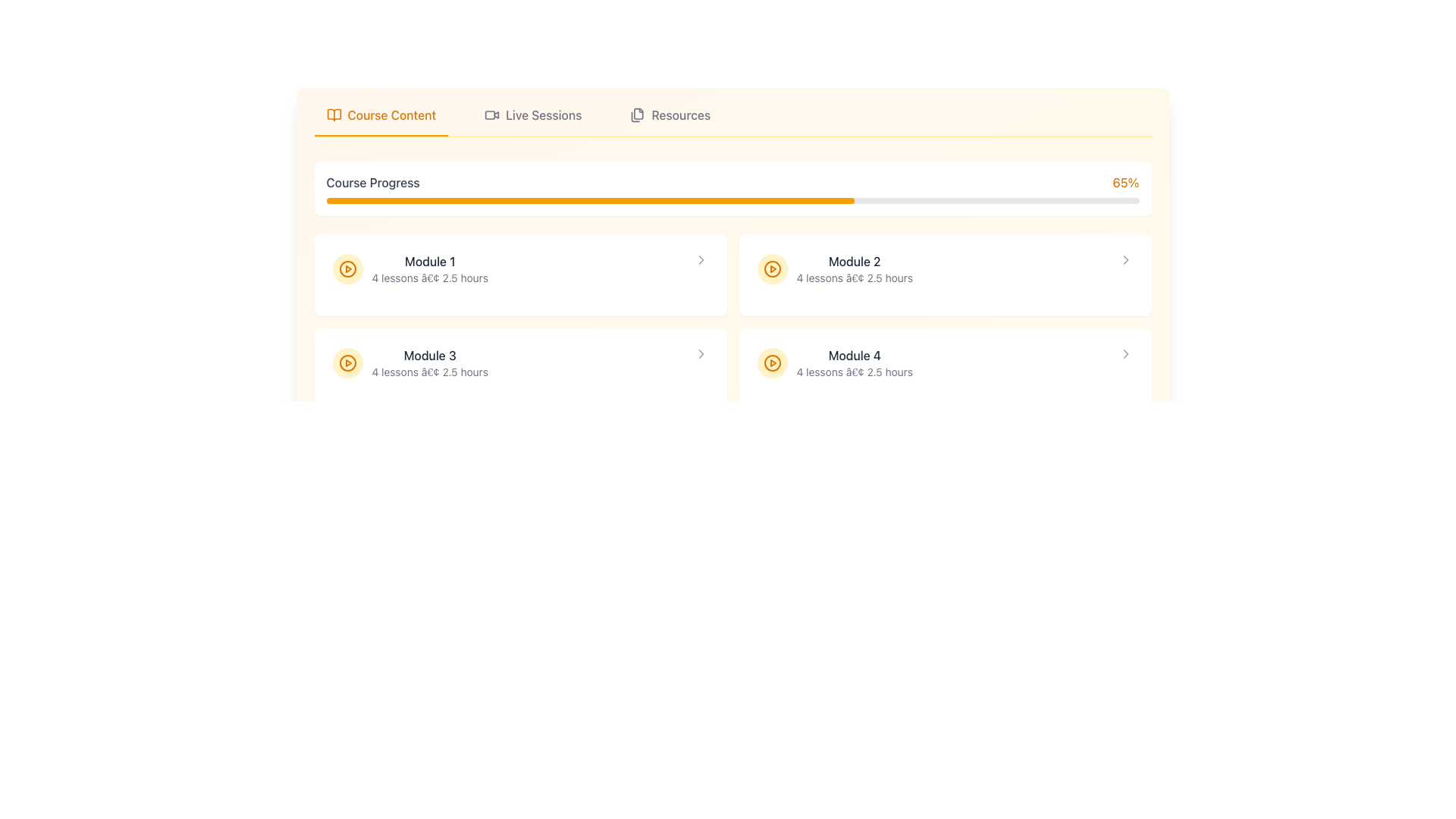  Describe the element at coordinates (855, 362) in the screenshot. I see `the Text Information Block that provides course module details, located on the right side below the header, in the fourth row of visible modules` at that location.